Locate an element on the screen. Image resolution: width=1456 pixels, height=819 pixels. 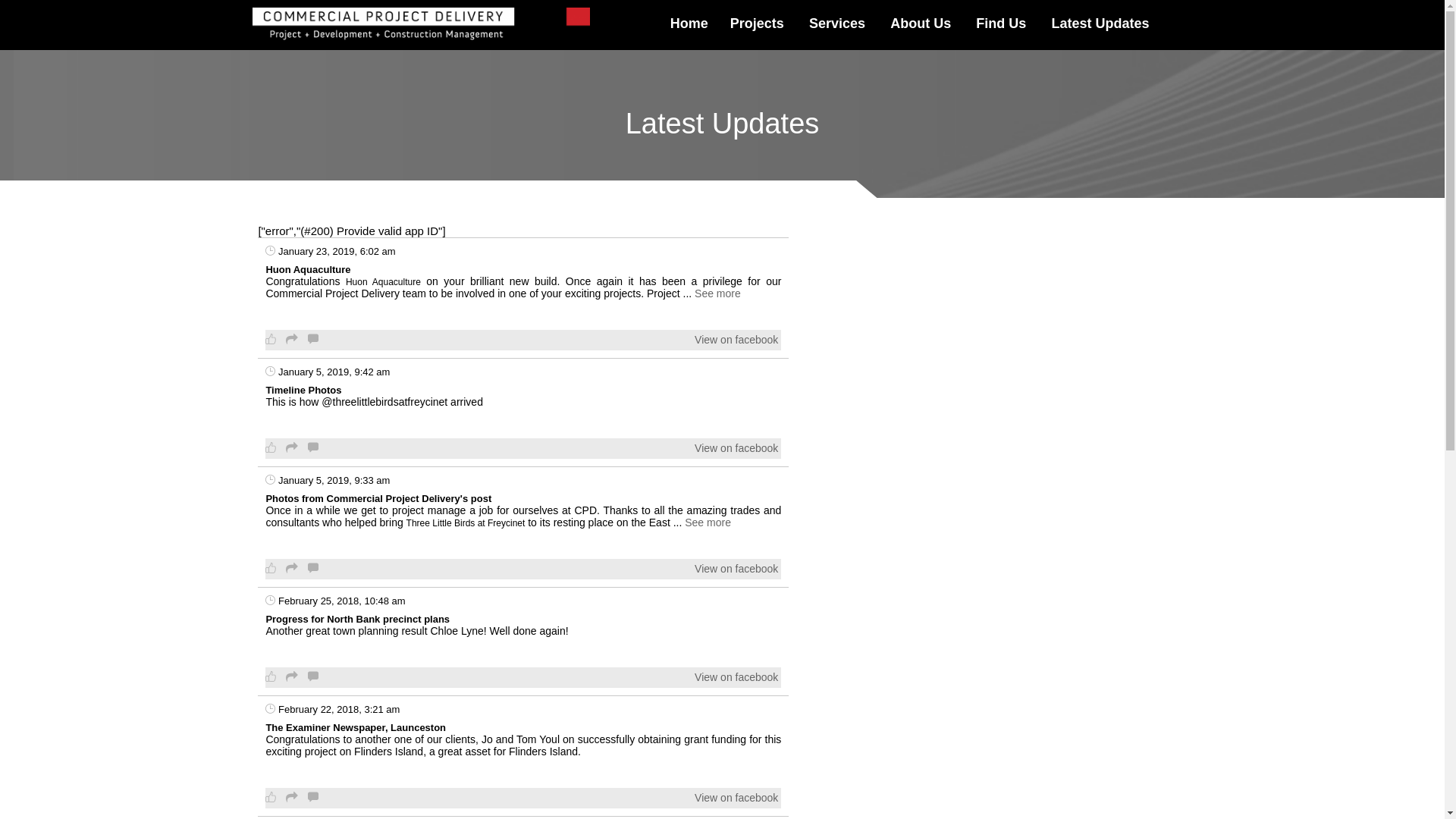
'Home' is located at coordinates (669, 24).